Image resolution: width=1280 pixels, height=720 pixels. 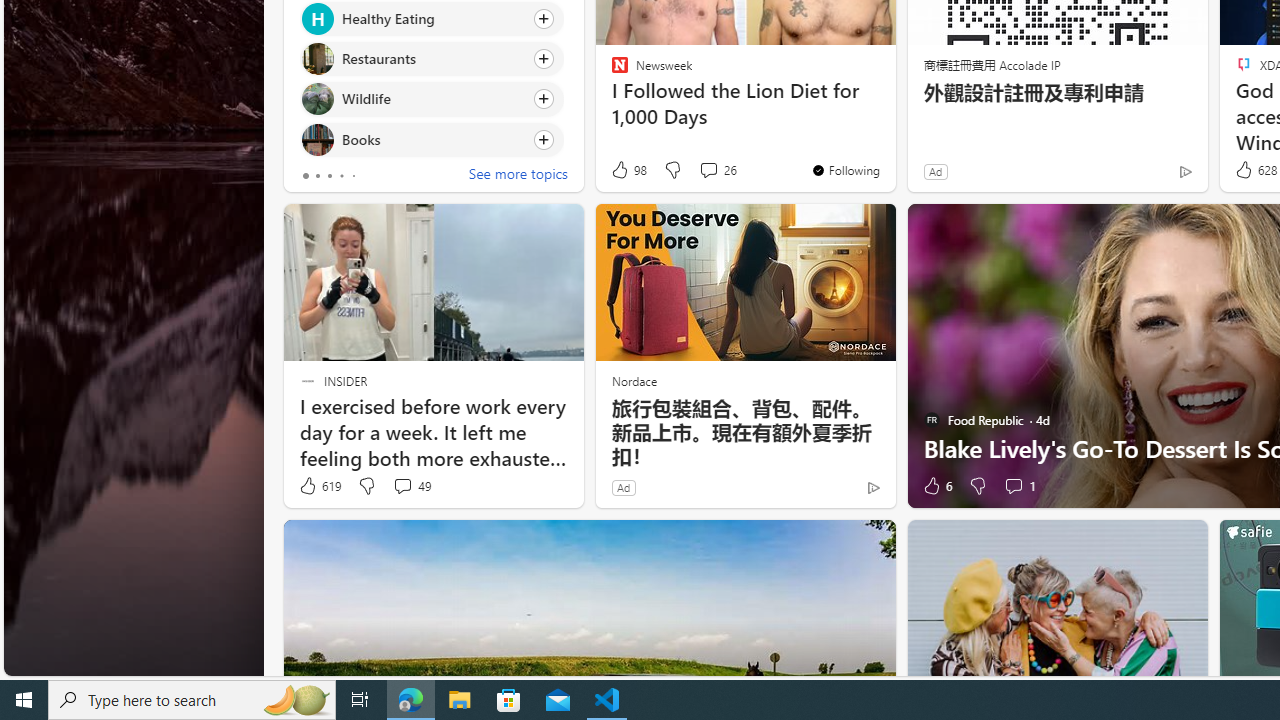 I want to click on 'View comments 1 Comment', so click(x=1013, y=486).